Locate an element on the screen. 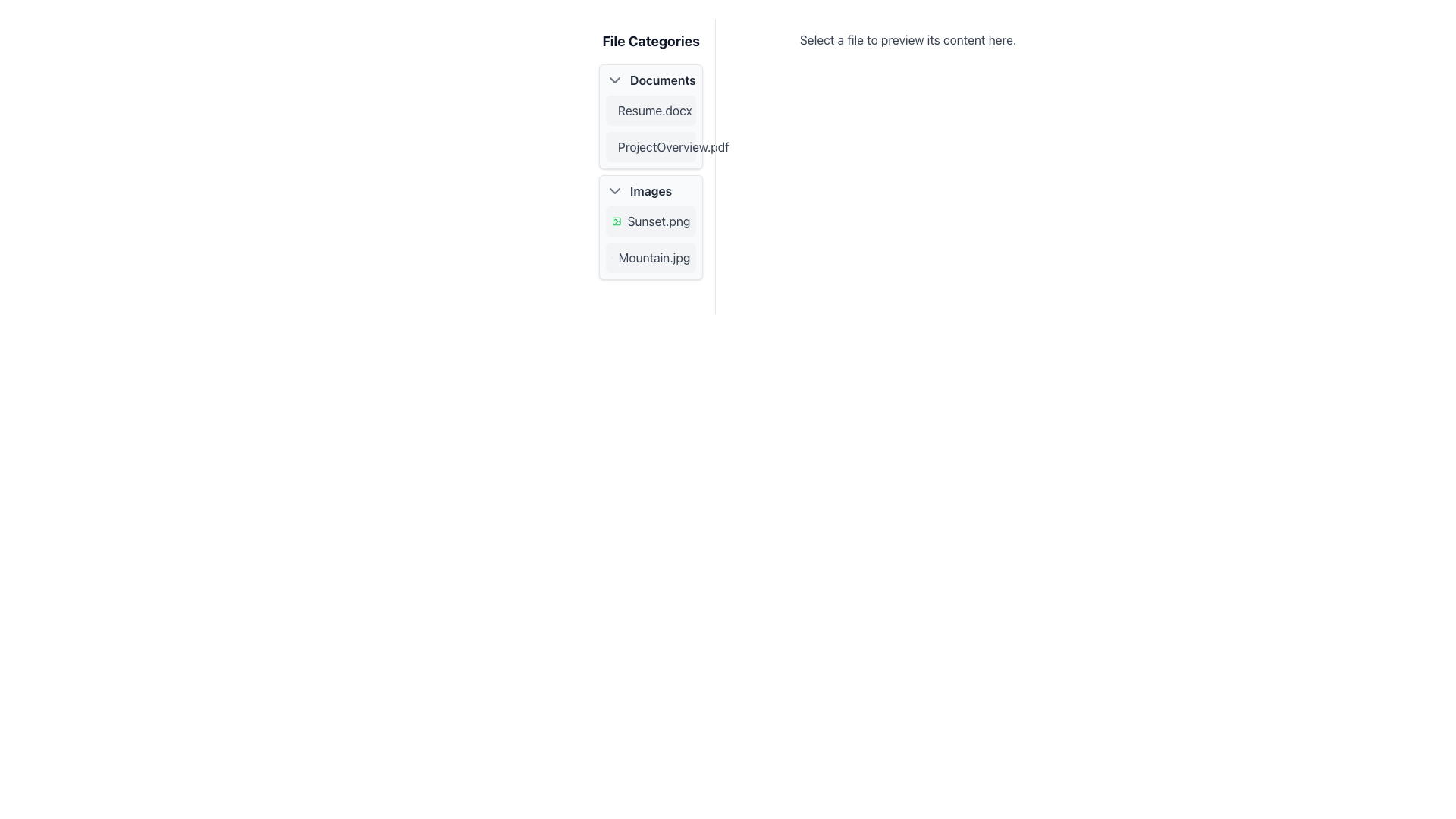 This screenshot has height=819, width=1456. the main outline of the file icon representing 'ProjectOverview.pdf' in the 'Documents' category of the 'File Categories' panel is located at coordinates (621, 146).